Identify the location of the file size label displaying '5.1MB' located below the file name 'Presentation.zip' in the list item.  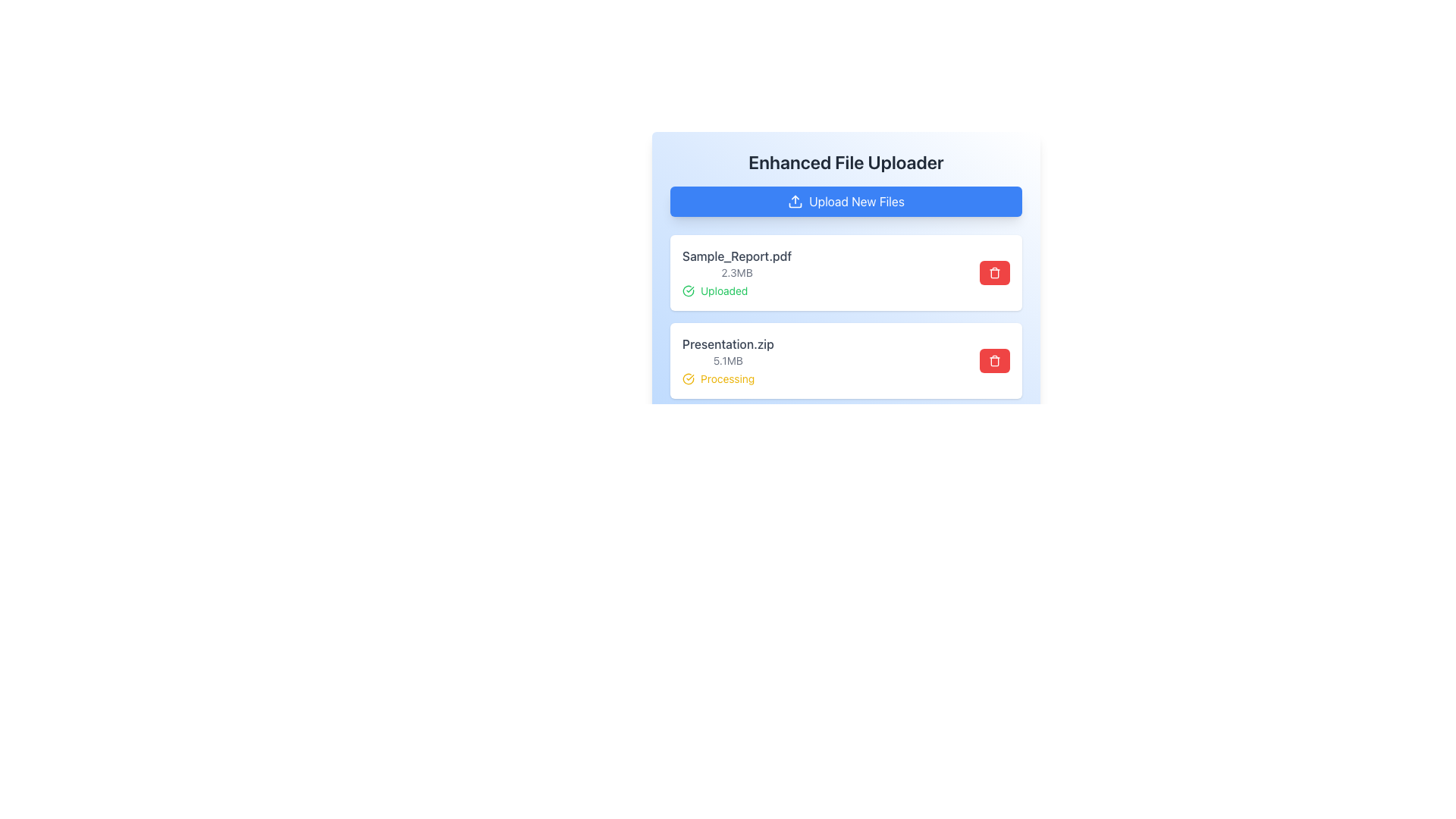
(728, 360).